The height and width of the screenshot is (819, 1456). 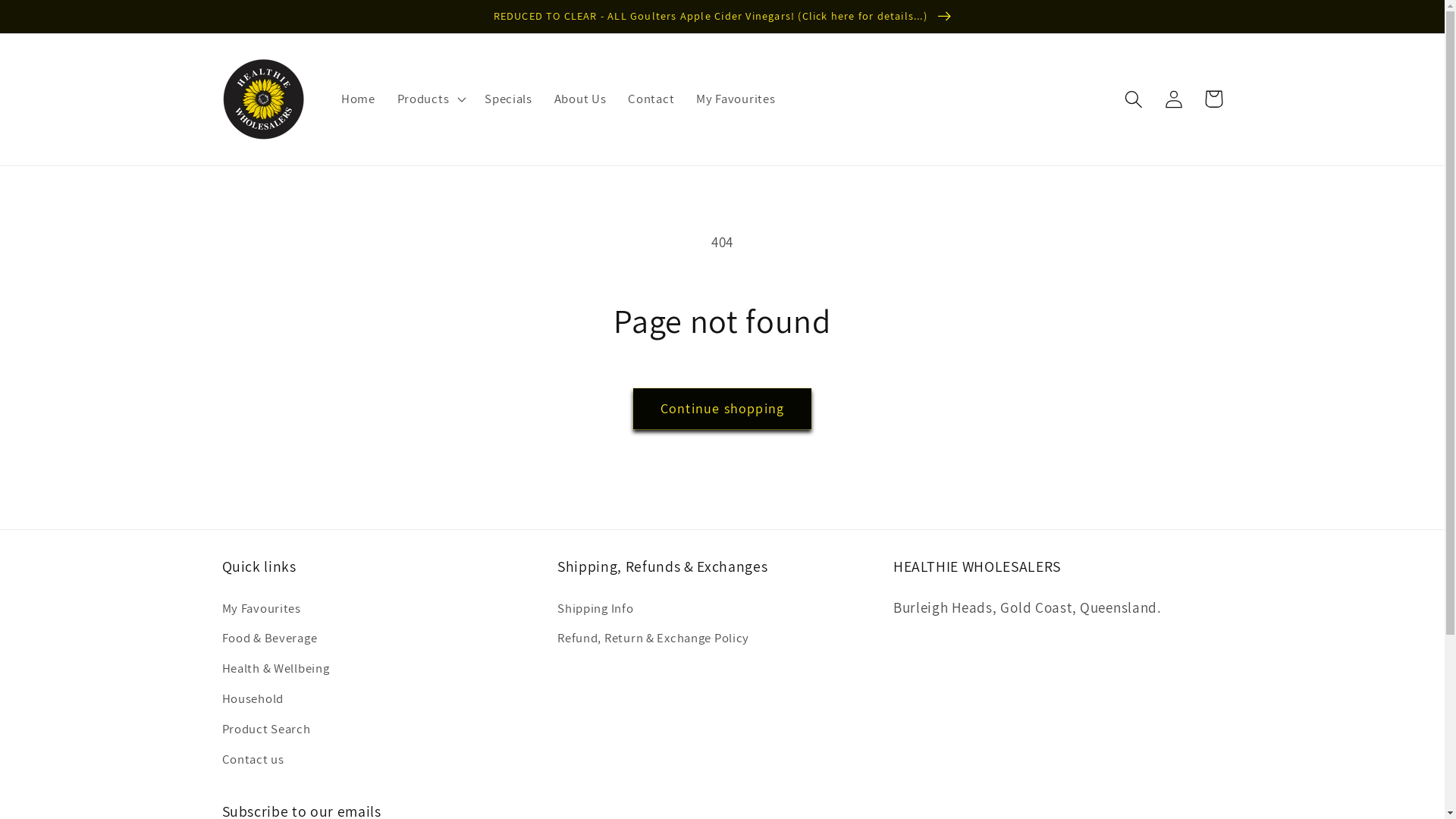 What do you see at coordinates (595, 610) in the screenshot?
I see `'Shipping Info'` at bounding box center [595, 610].